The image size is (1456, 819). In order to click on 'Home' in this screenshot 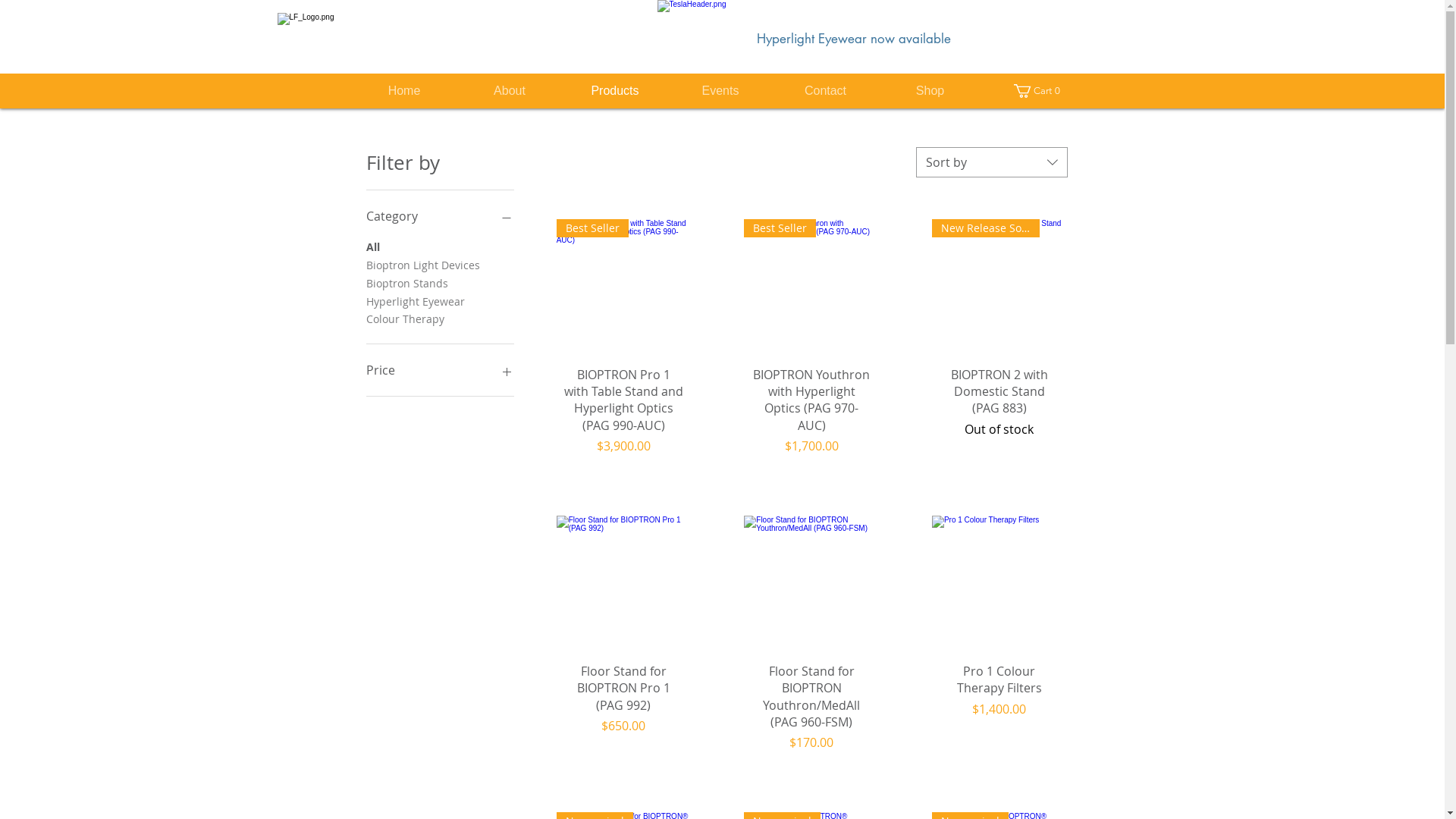, I will do `click(404, 90)`.